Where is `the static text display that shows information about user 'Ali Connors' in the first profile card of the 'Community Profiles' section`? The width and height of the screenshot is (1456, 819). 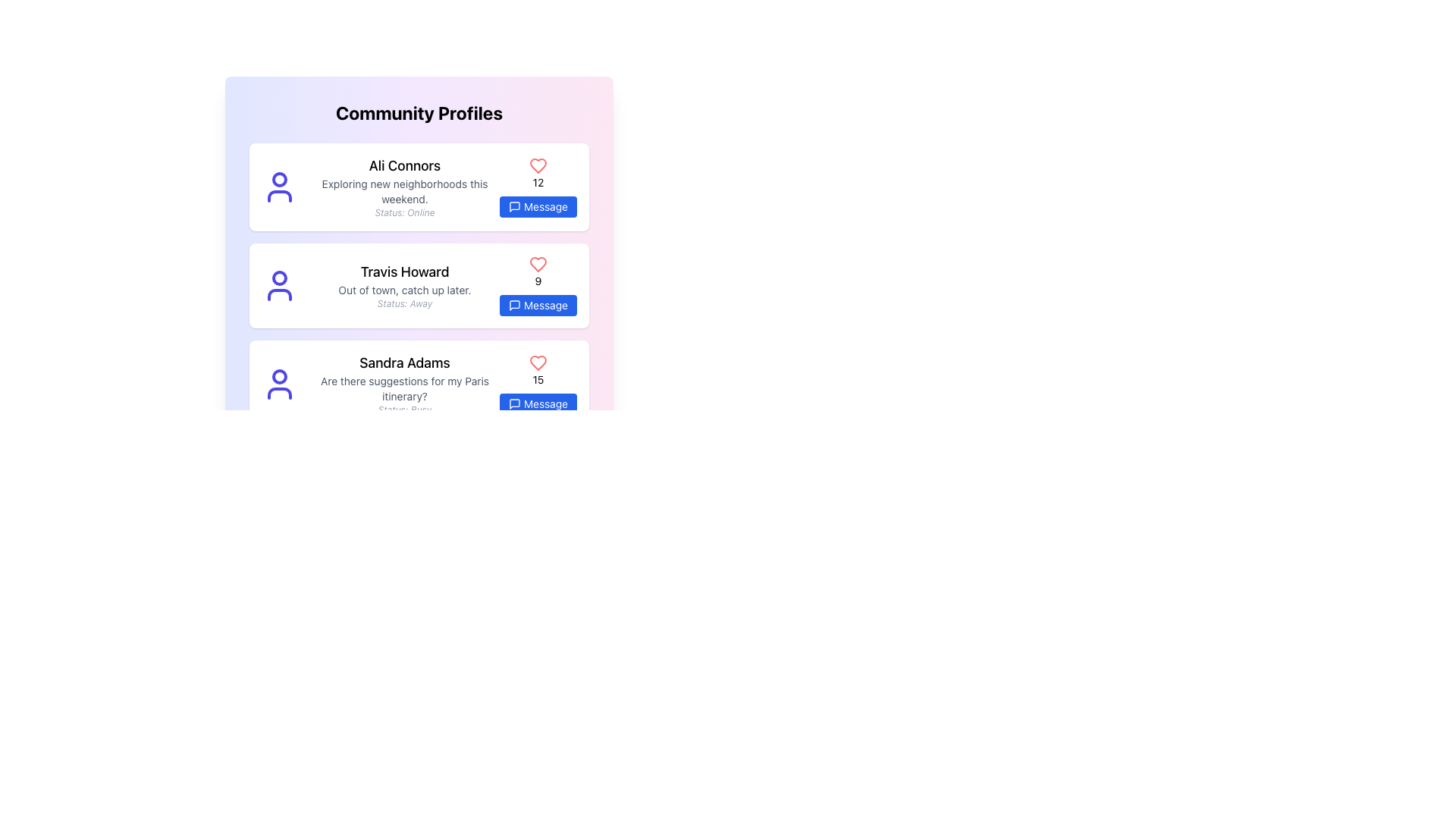
the static text display that shows information about user 'Ali Connors' in the first profile card of the 'Community Profiles' section is located at coordinates (404, 186).